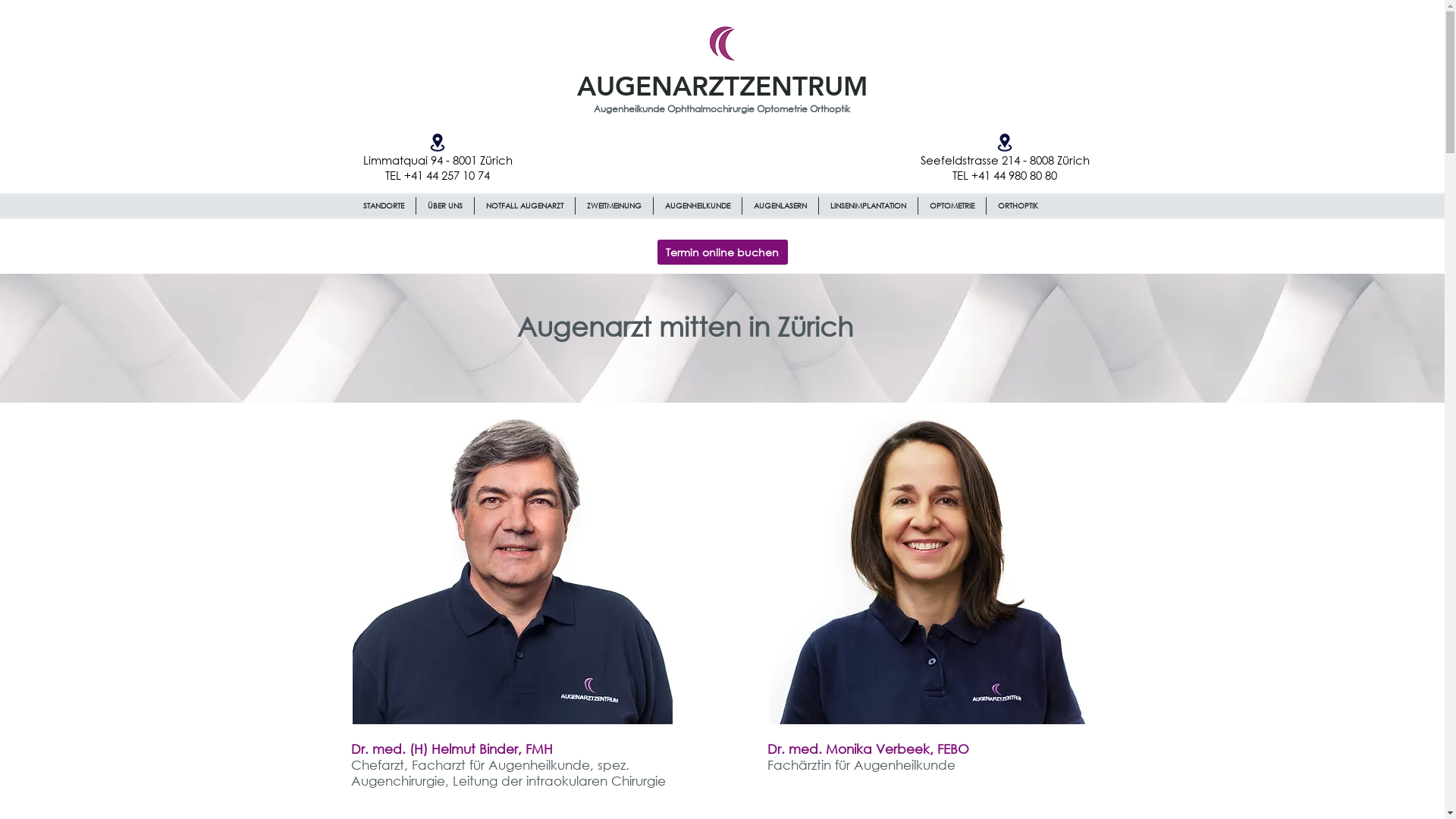 This screenshot has width=1456, height=819. Describe the element at coordinates (630, 108) in the screenshot. I see `'Augenheilkunde '` at that location.